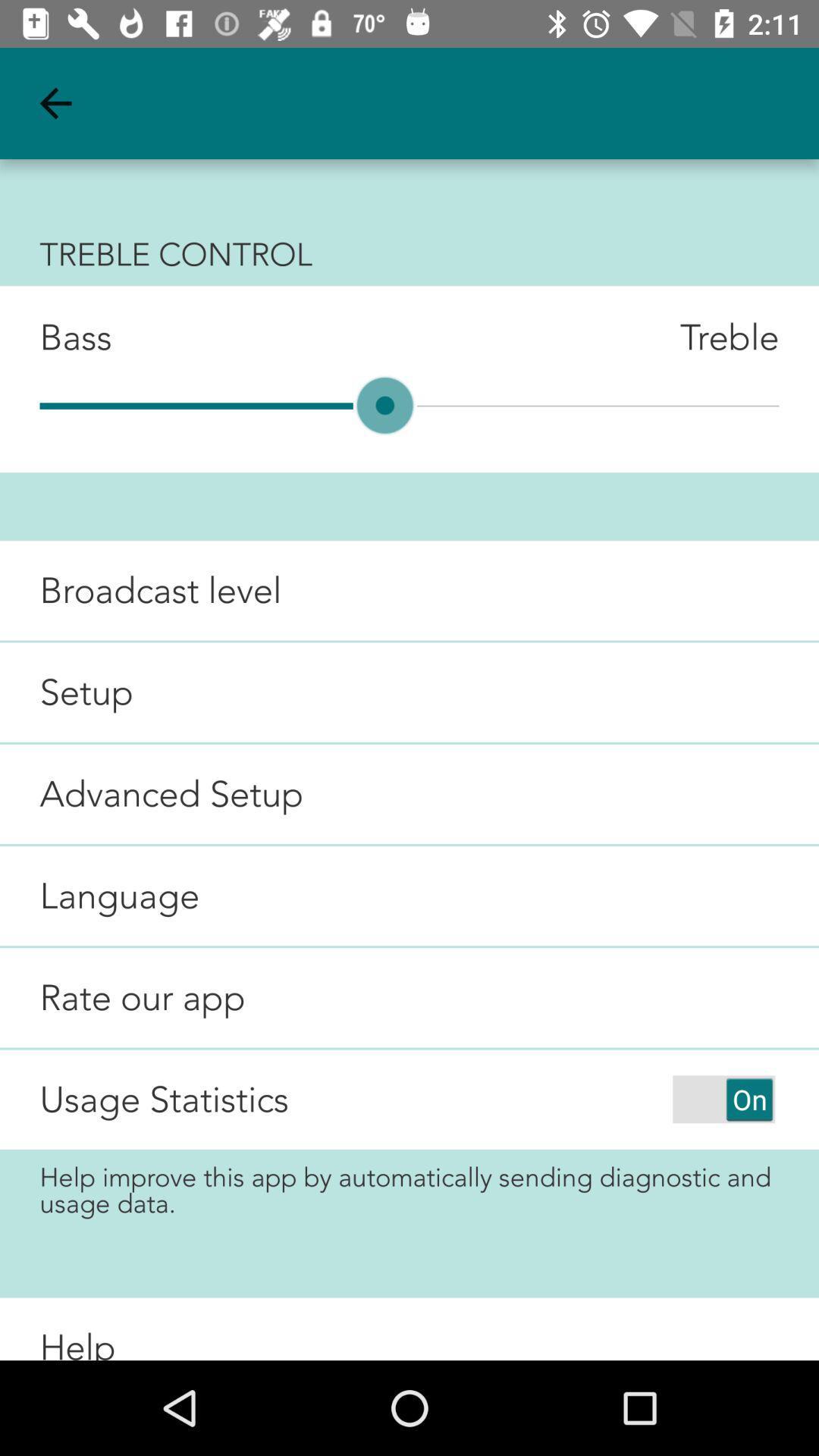  What do you see at coordinates (152, 793) in the screenshot?
I see `advanced setup` at bounding box center [152, 793].